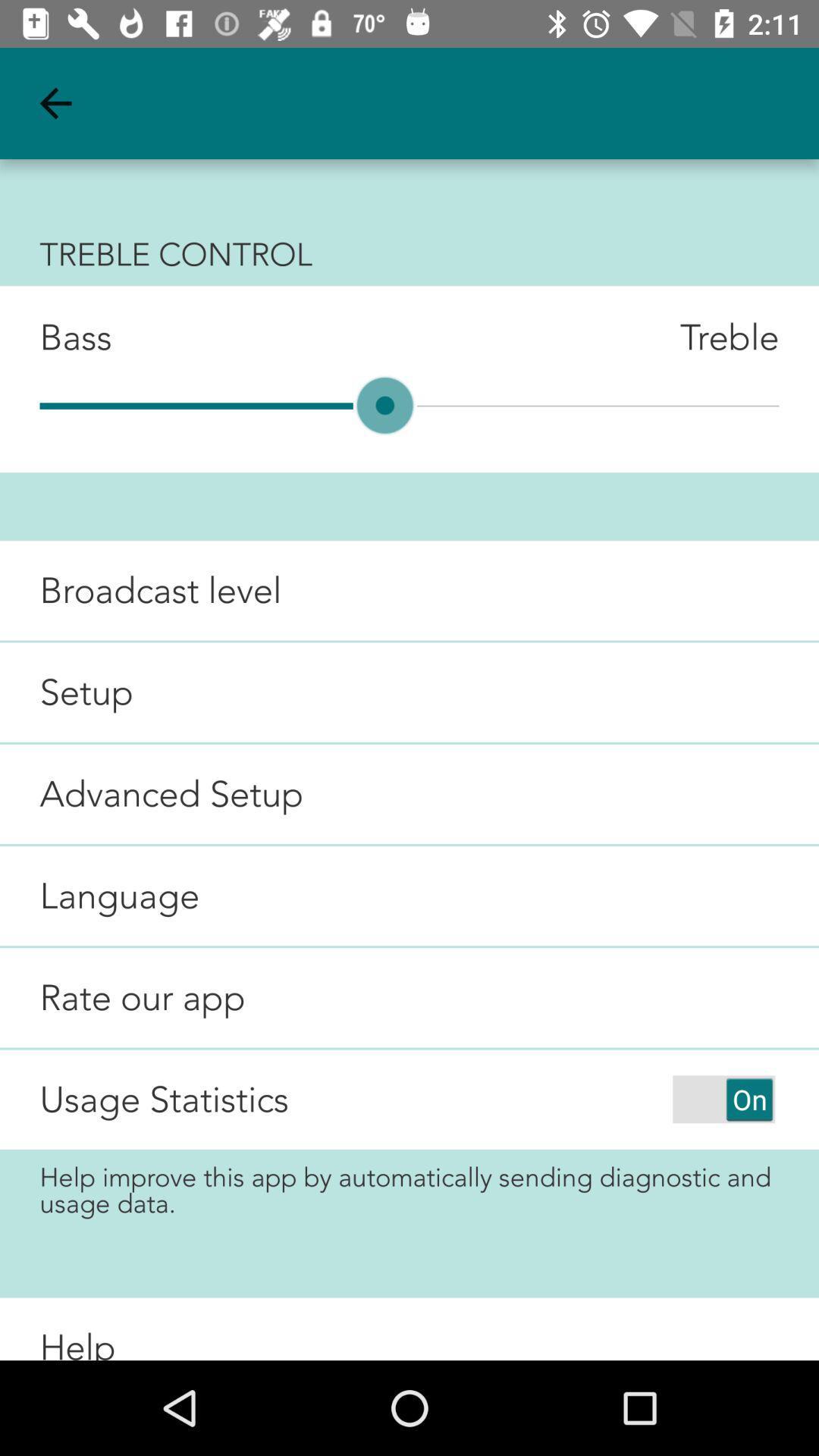  What do you see at coordinates (152, 793) in the screenshot?
I see `advanced setup` at bounding box center [152, 793].